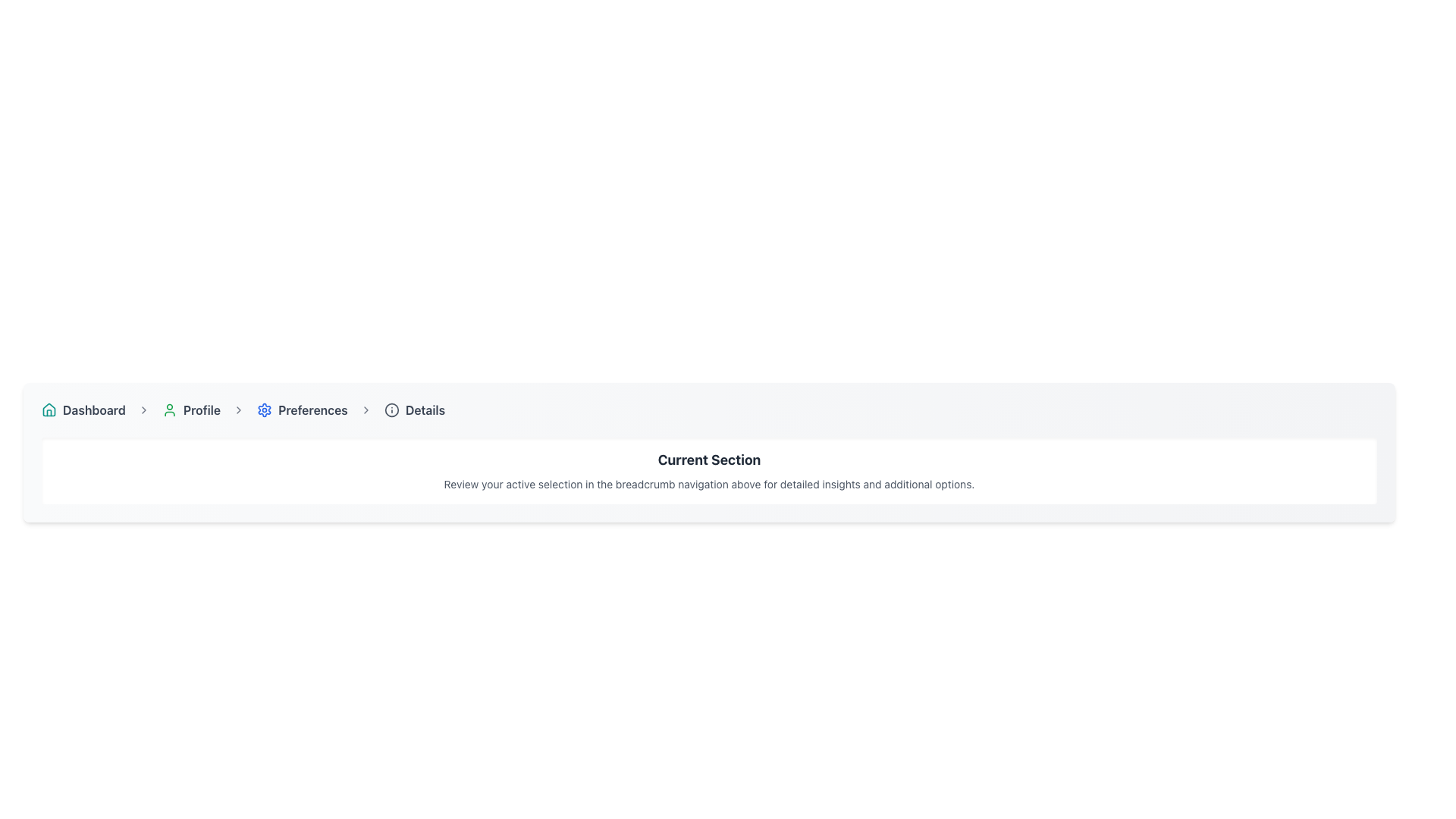  Describe the element at coordinates (265, 409) in the screenshot. I see `the blue gear-like icon in the breadcrumb navigation bar, located immediately before the text 'Preferences'` at that location.